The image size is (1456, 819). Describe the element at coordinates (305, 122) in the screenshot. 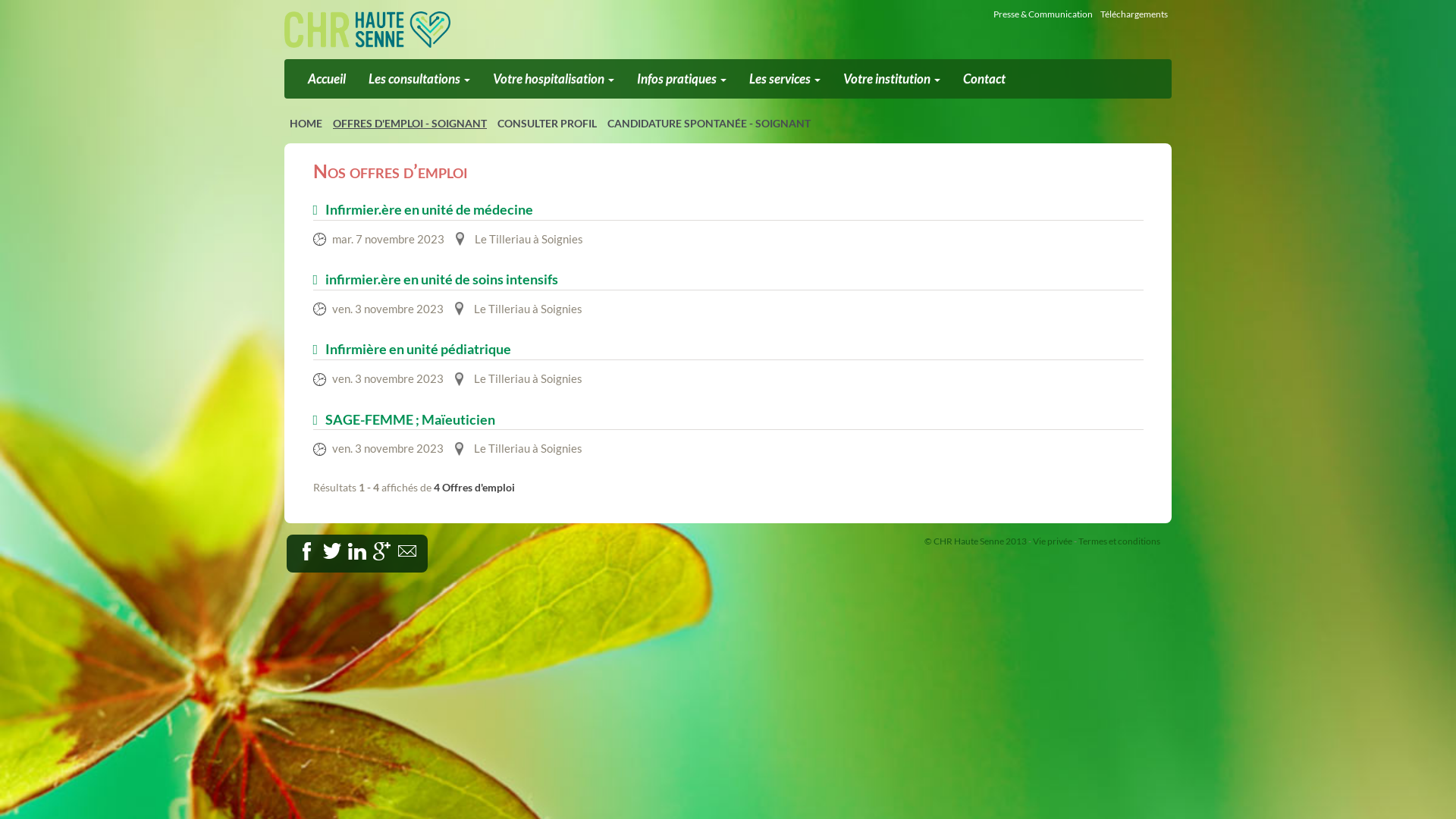

I see `'HOME'` at that location.